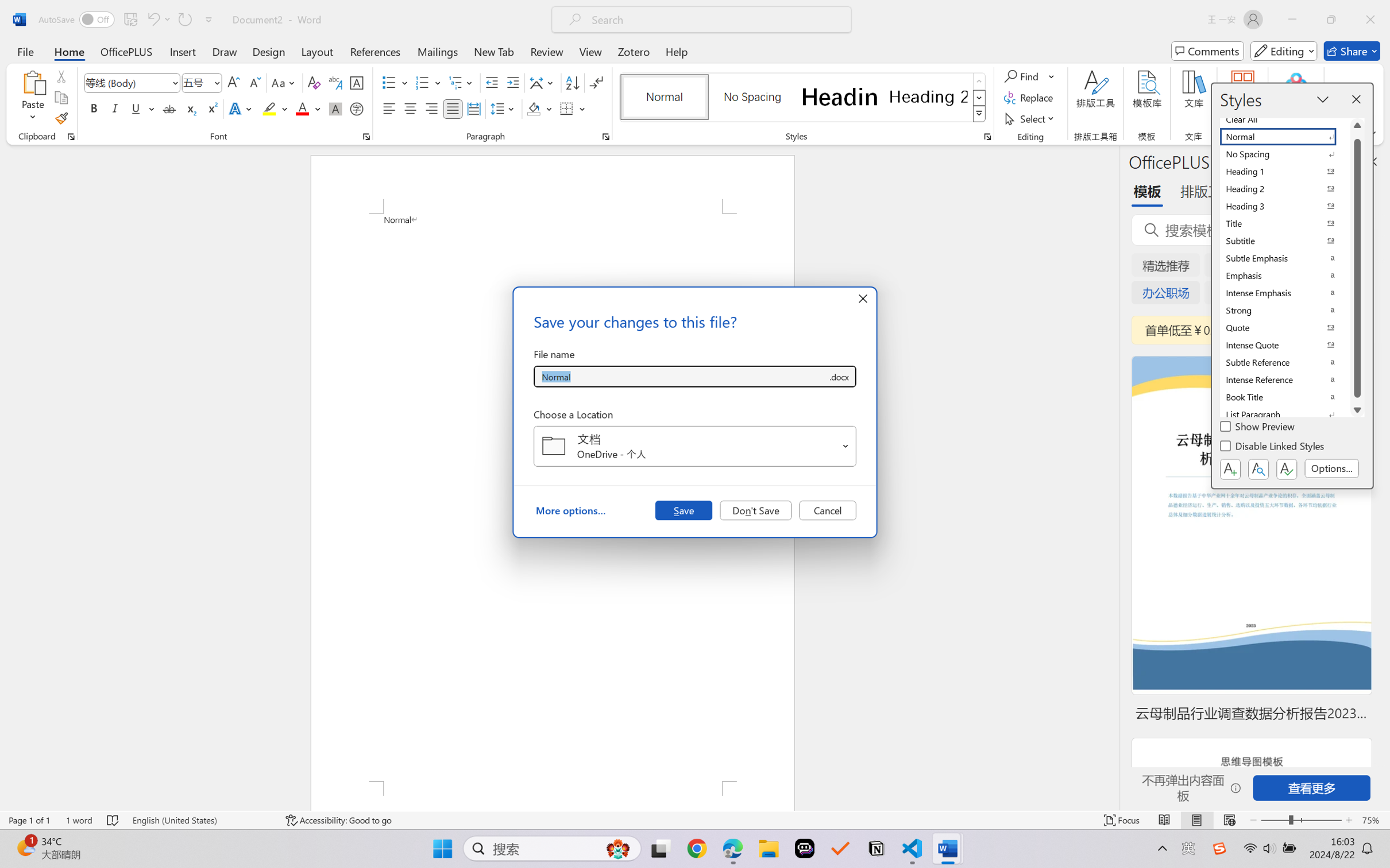  Describe the element at coordinates (1258, 428) in the screenshot. I see `'Show Preview'` at that location.